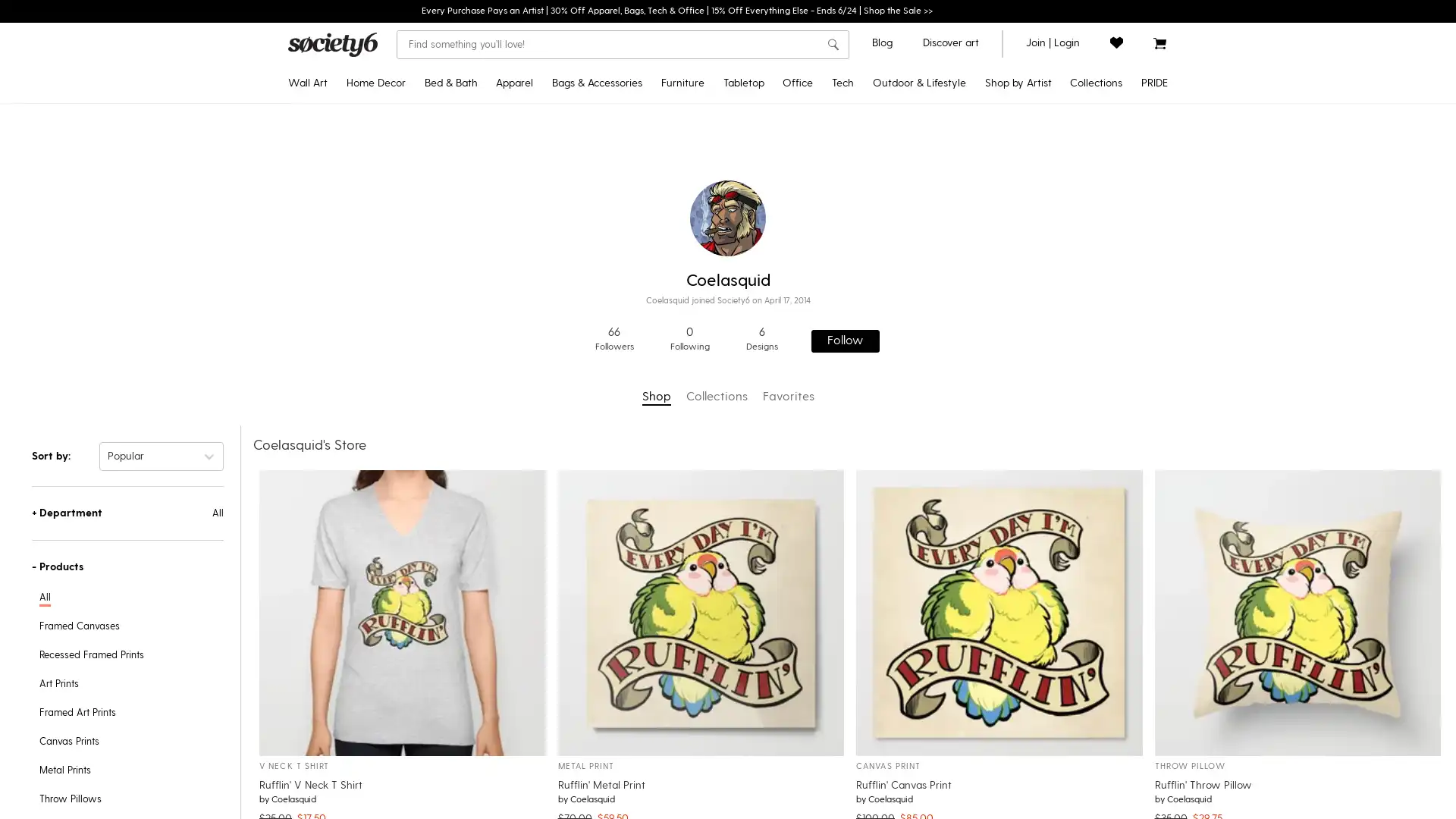 This screenshot has height=819, width=1456. Describe the element at coordinates (562, 194) in the screenshot. I see `Long Sleeve T-Shirts` at that location.